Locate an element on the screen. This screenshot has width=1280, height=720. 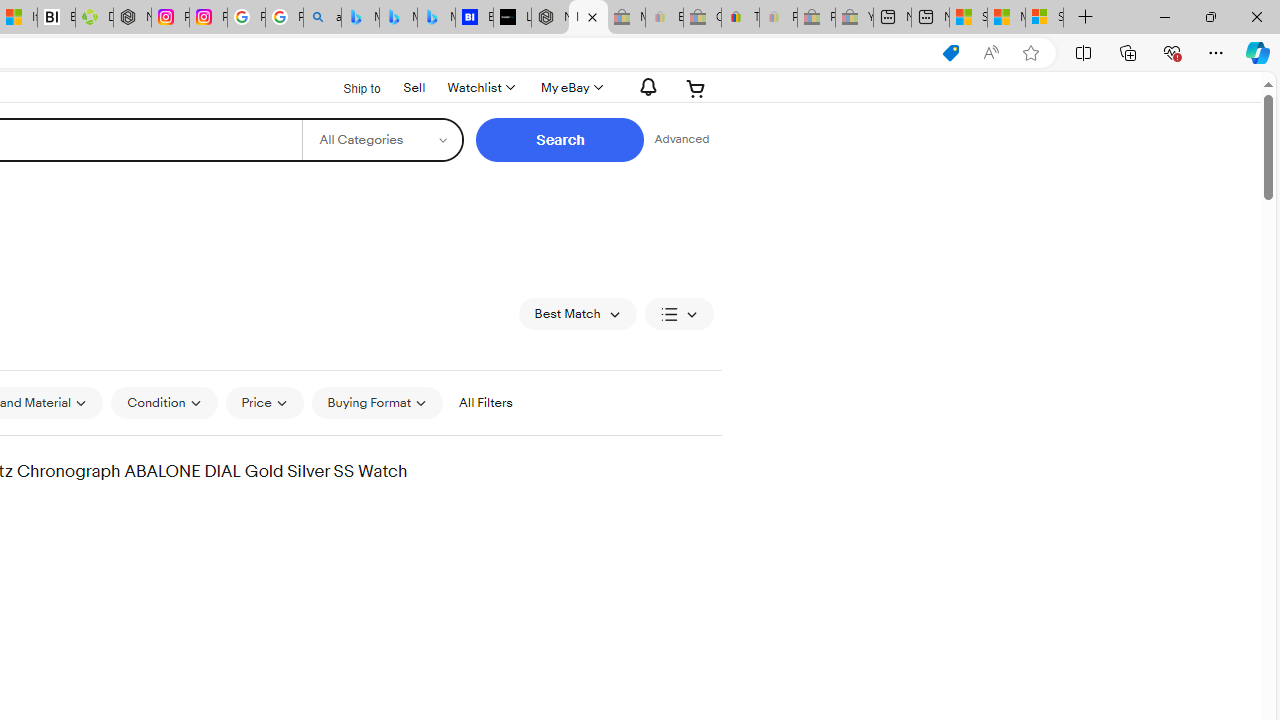
'All Filters' is located at coordinates (485, 402).